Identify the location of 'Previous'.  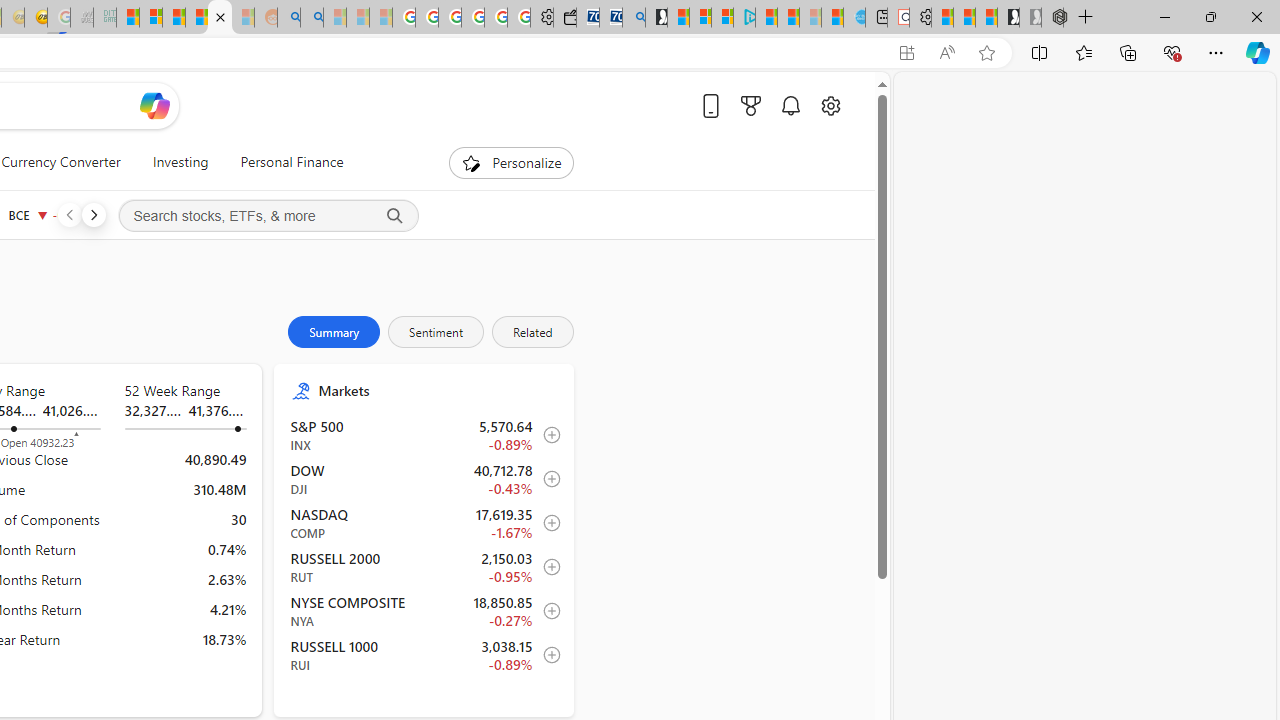
(69, 214).